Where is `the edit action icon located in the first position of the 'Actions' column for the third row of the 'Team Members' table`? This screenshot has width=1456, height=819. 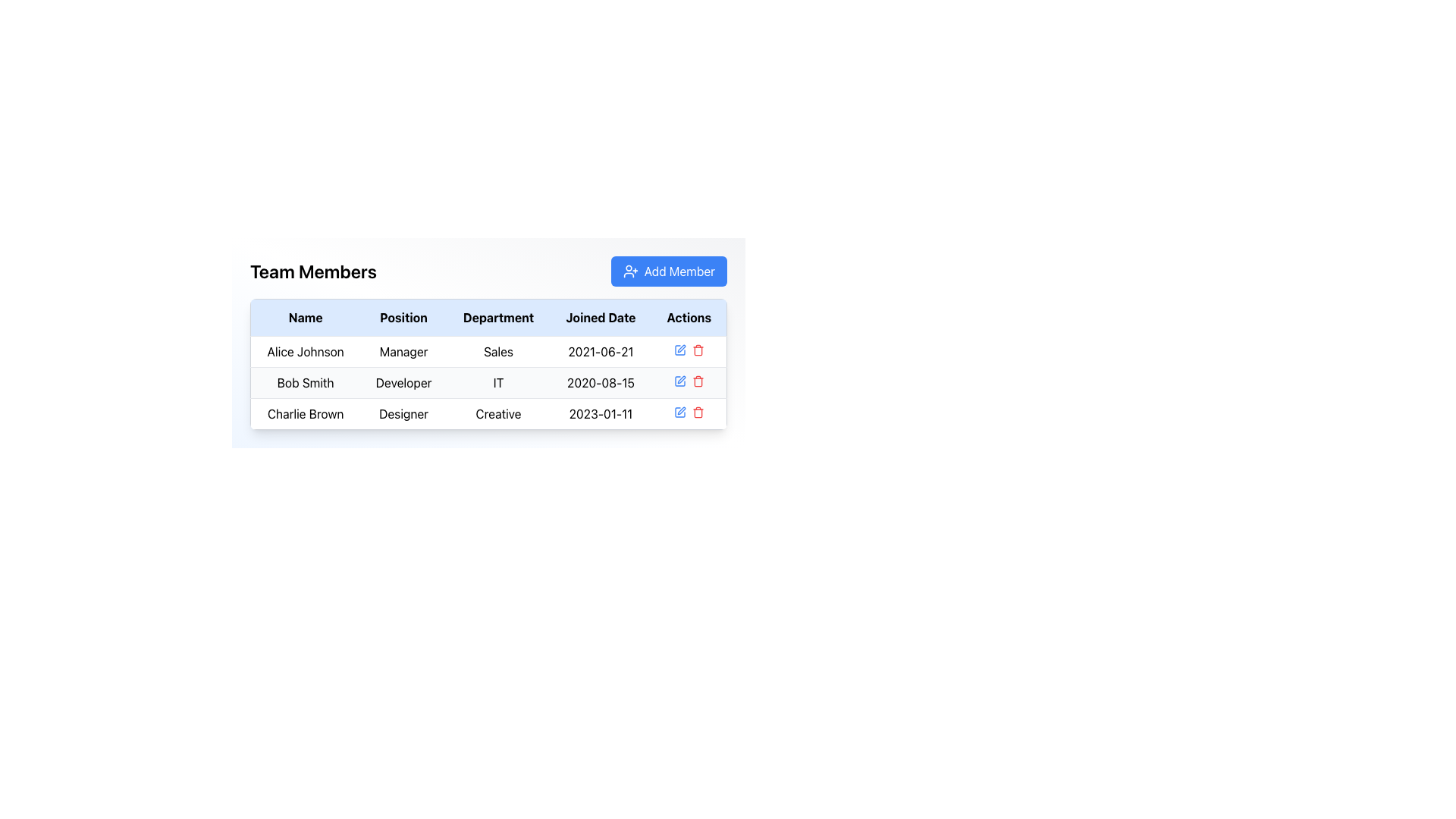 the edit action icon located in the first position of the 'Actions' column for the third row of the 'Team Members' table is located at coordinates (680, 411).